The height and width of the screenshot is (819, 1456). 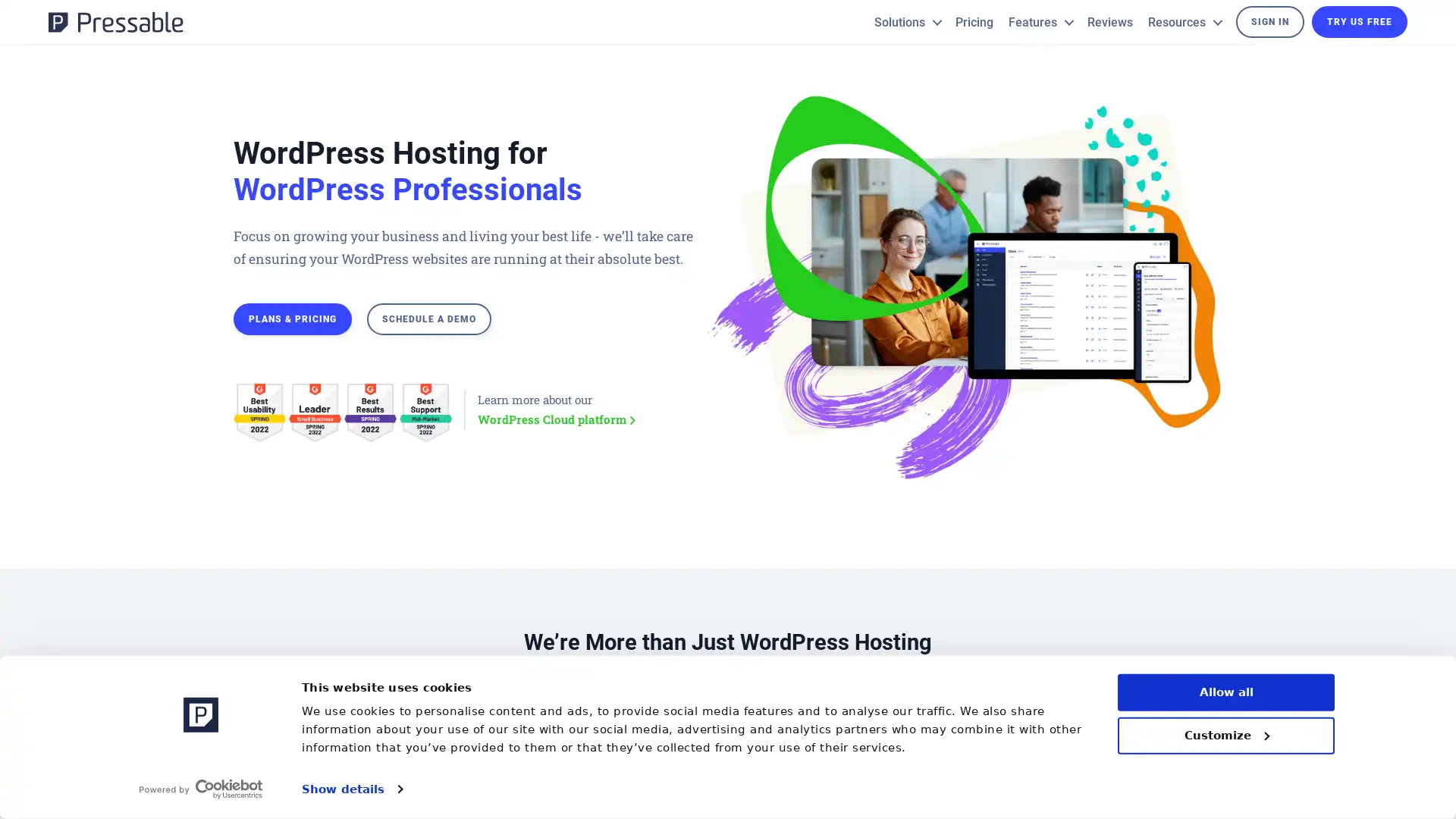 What do you see at coordinates (1226, 734) in the screenshot?
I see `Customize` at bounding box center [1226, 734].